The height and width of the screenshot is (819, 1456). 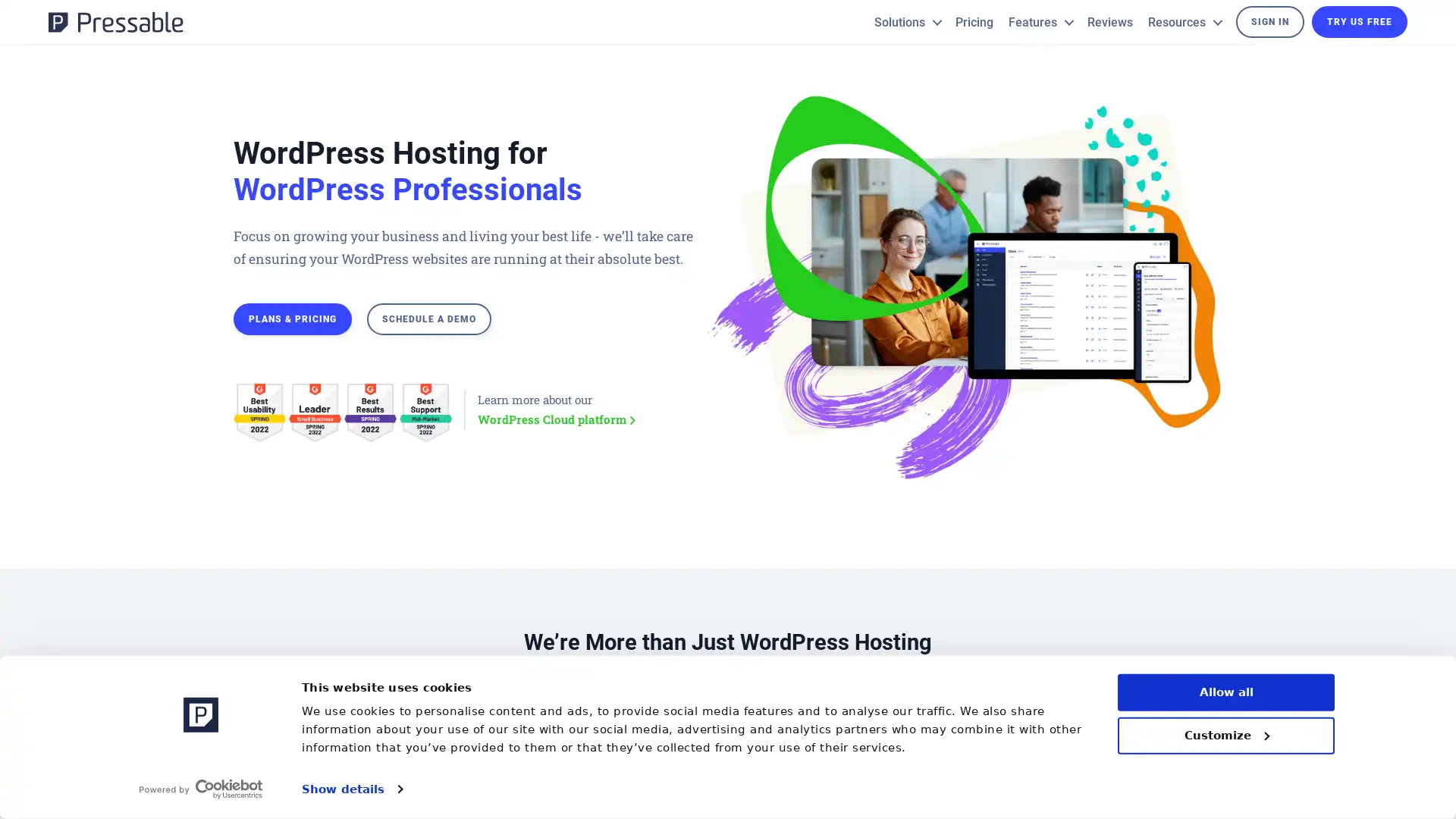 What do you see at coordinates (1226, 734) in the screenshot?
I see `Customize` at bounding box center [1226, 734].